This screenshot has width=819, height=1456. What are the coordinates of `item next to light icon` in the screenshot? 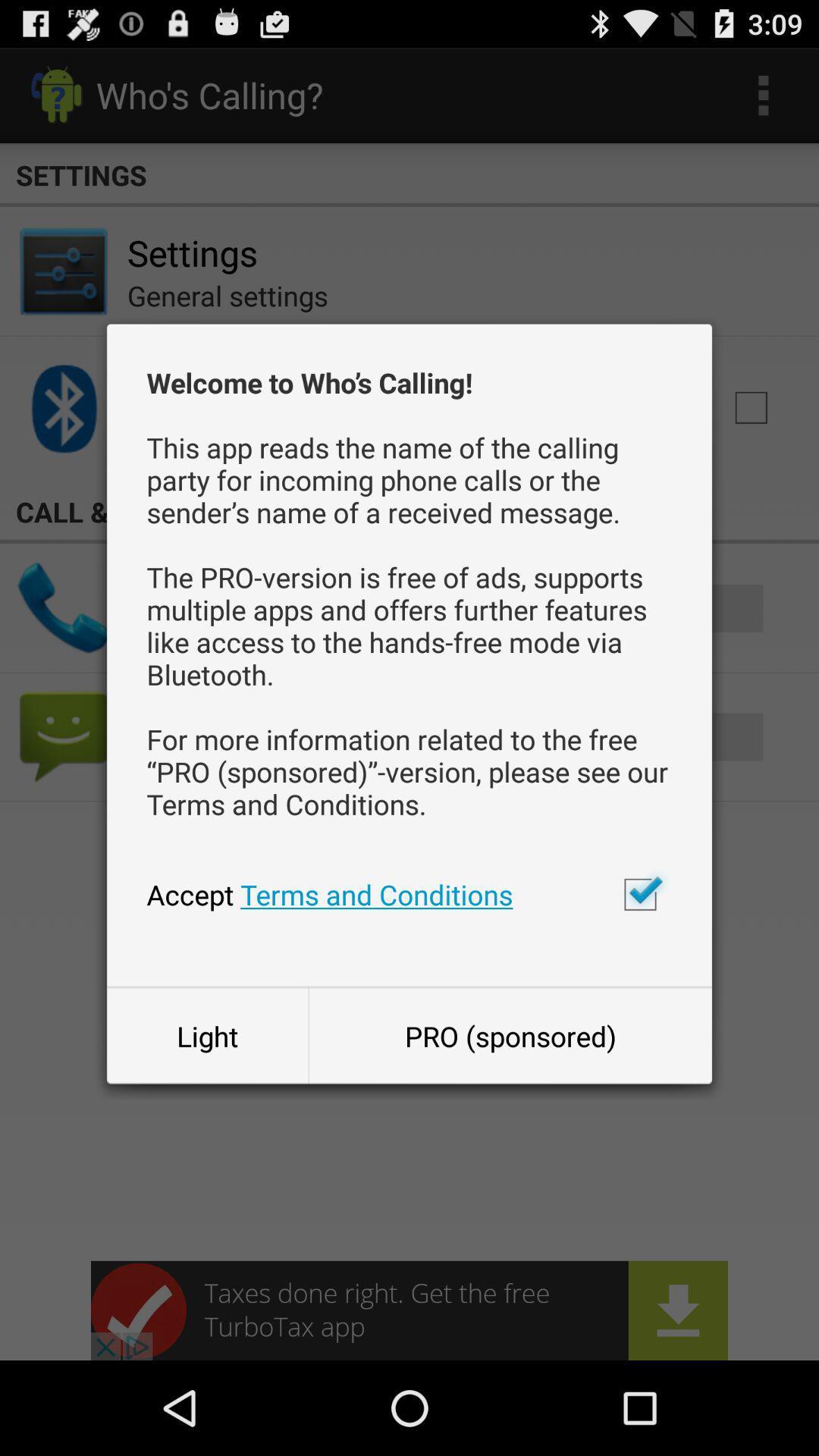 It's located at (510, 1035).